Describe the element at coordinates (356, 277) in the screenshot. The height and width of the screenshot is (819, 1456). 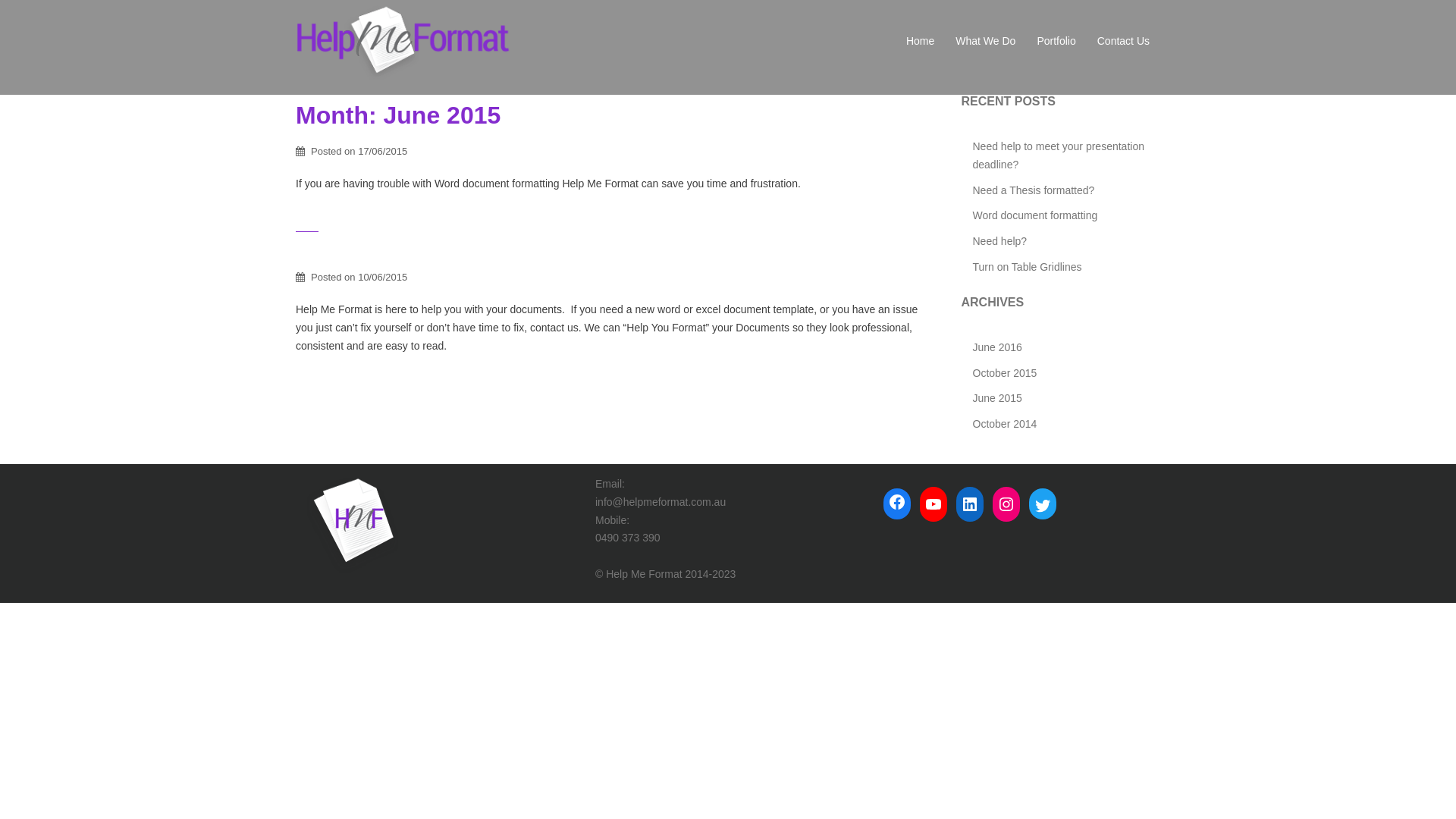
I see `'10/06/2015'` at that location.